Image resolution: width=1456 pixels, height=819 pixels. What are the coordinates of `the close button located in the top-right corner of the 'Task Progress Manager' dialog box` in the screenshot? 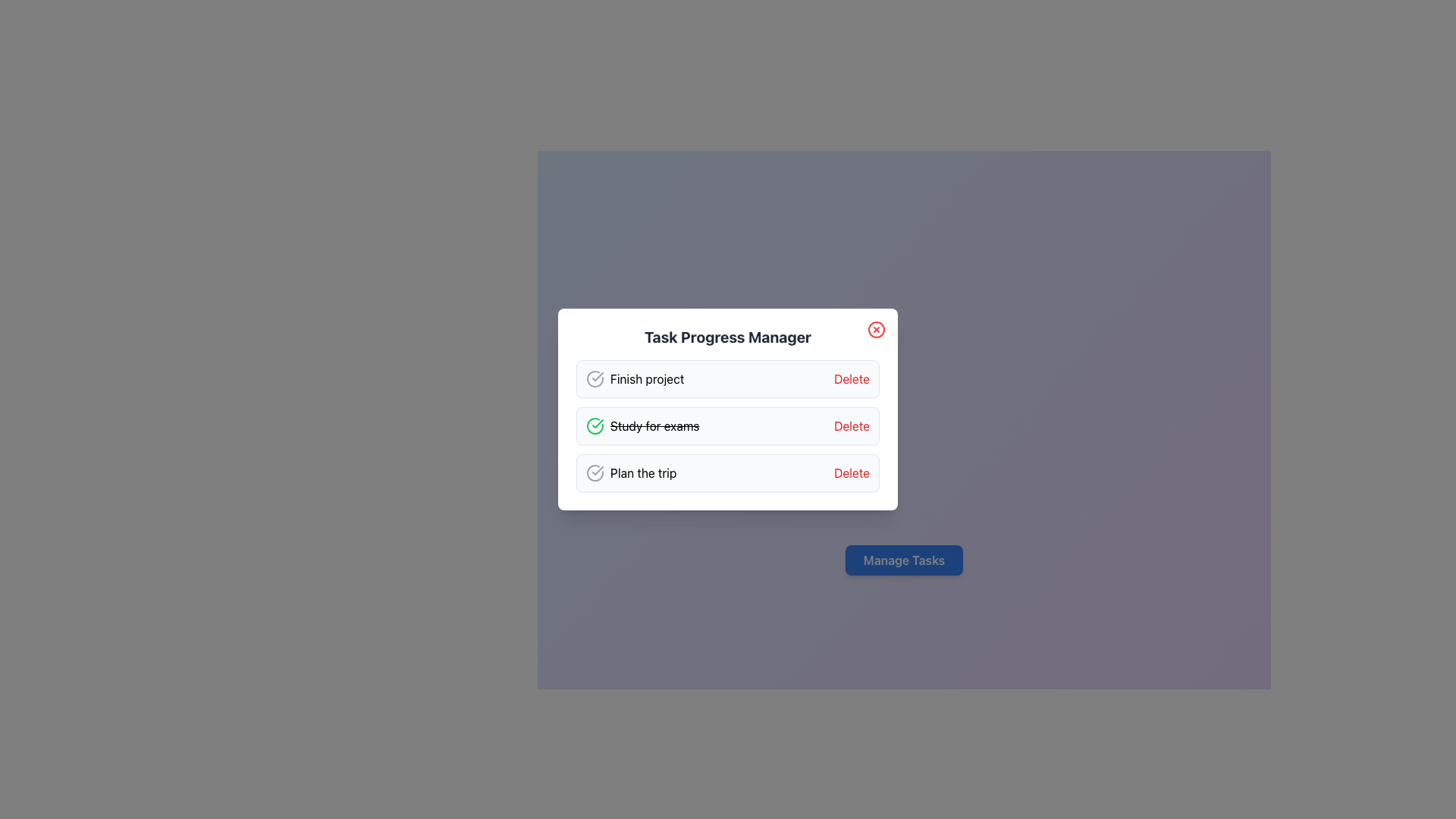 It's located at (877, 329).